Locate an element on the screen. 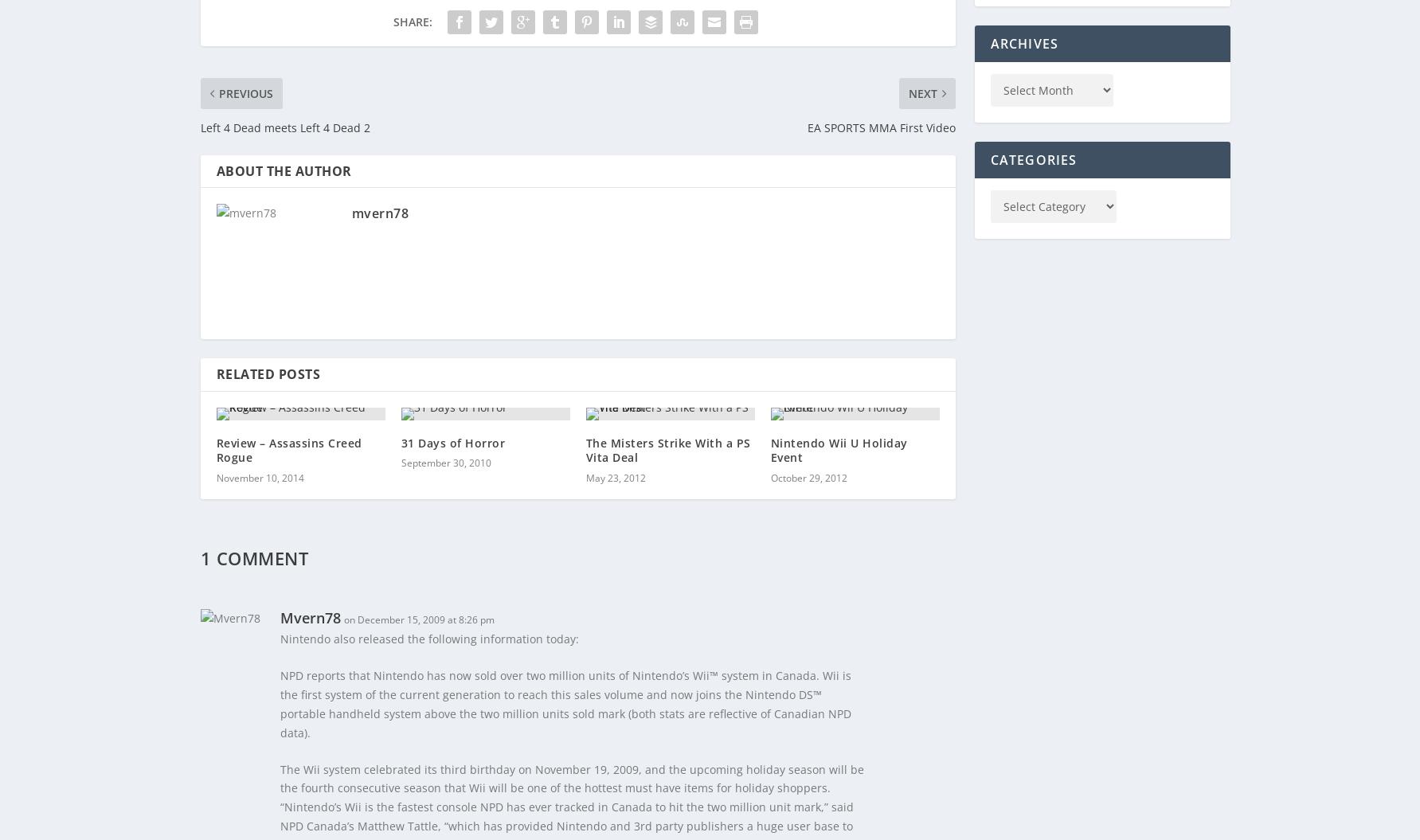  'mvern78' is located at coordinates (350, 213).